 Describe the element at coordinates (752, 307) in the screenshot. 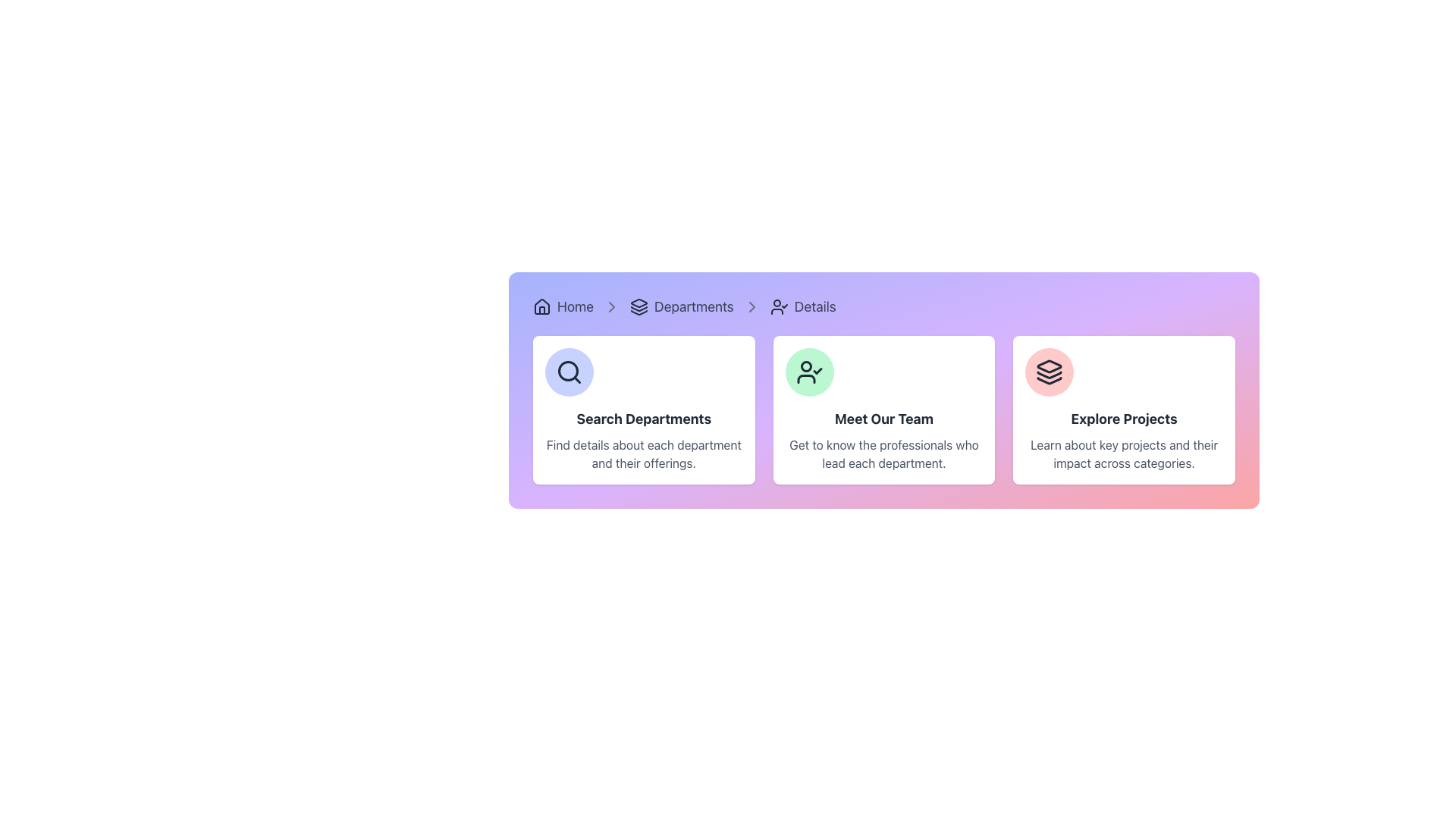

I see `the third chevron icon in the breadcrumb navigation bar, which indicates the pathway from 'Departments' to 'Details'` at that location.